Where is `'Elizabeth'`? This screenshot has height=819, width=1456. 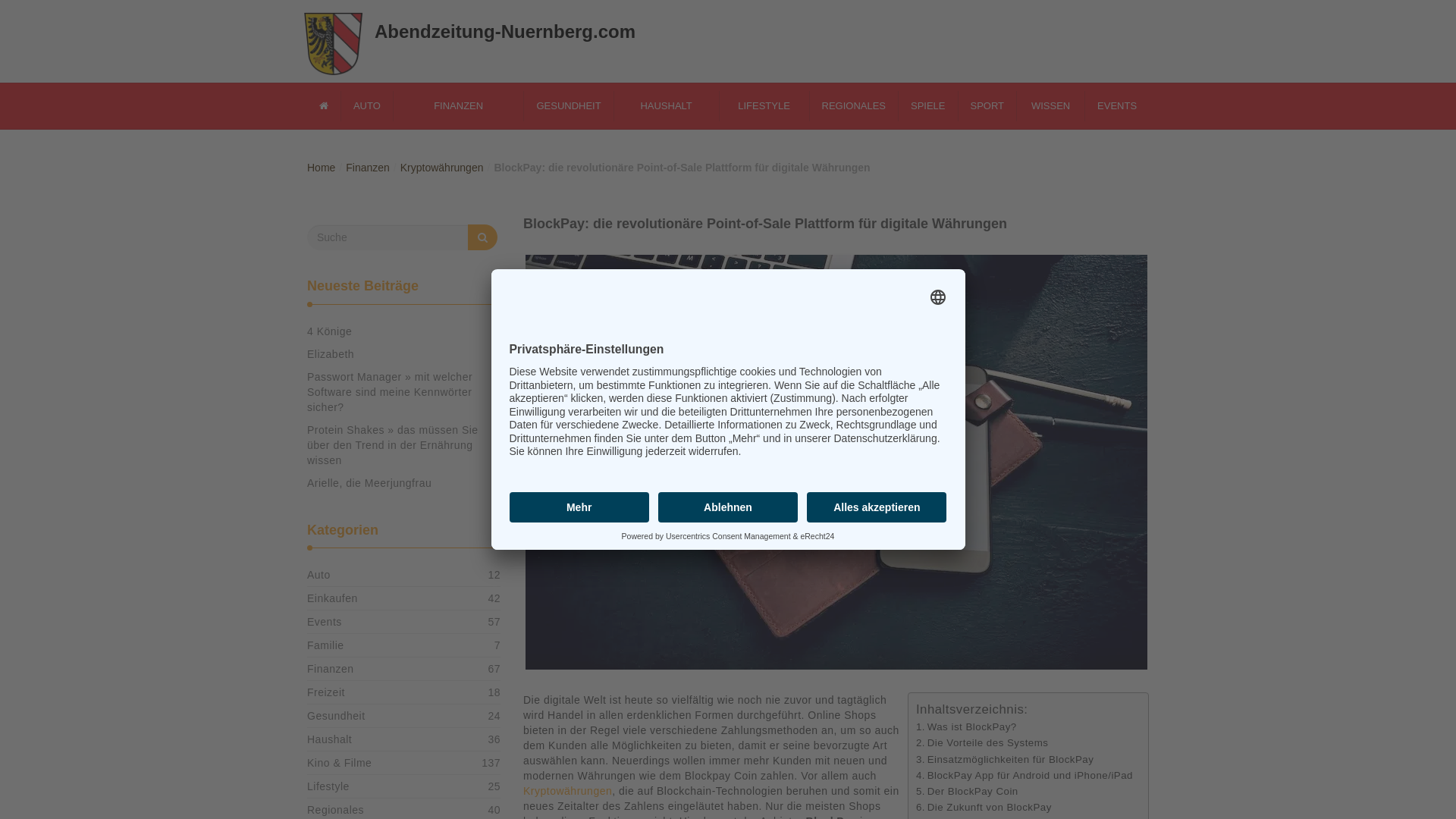 'Elizabeth' is located at coordinates (330, 353).